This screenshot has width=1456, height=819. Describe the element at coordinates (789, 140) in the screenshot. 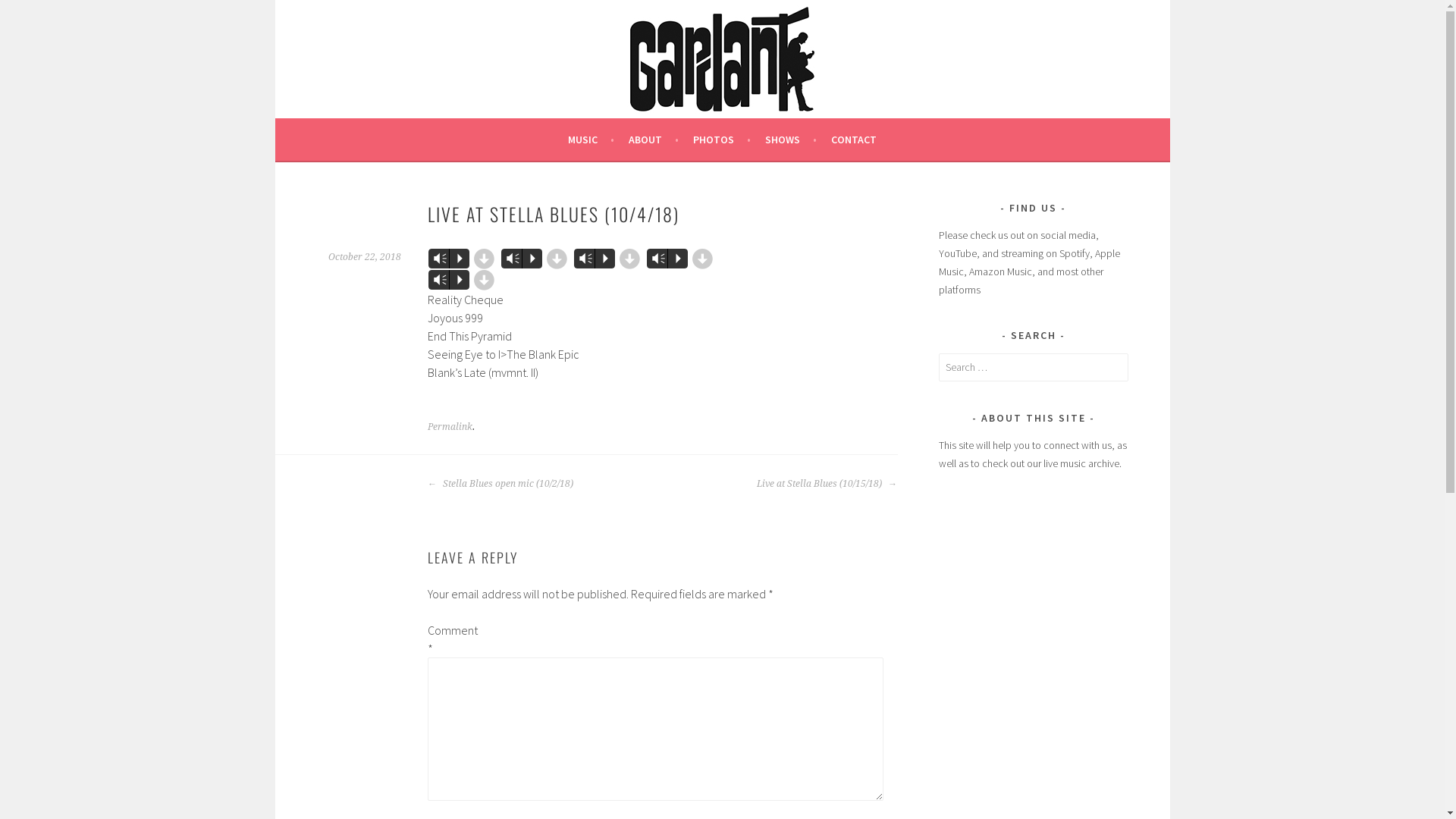

I see `'SHOWS'` at that location.